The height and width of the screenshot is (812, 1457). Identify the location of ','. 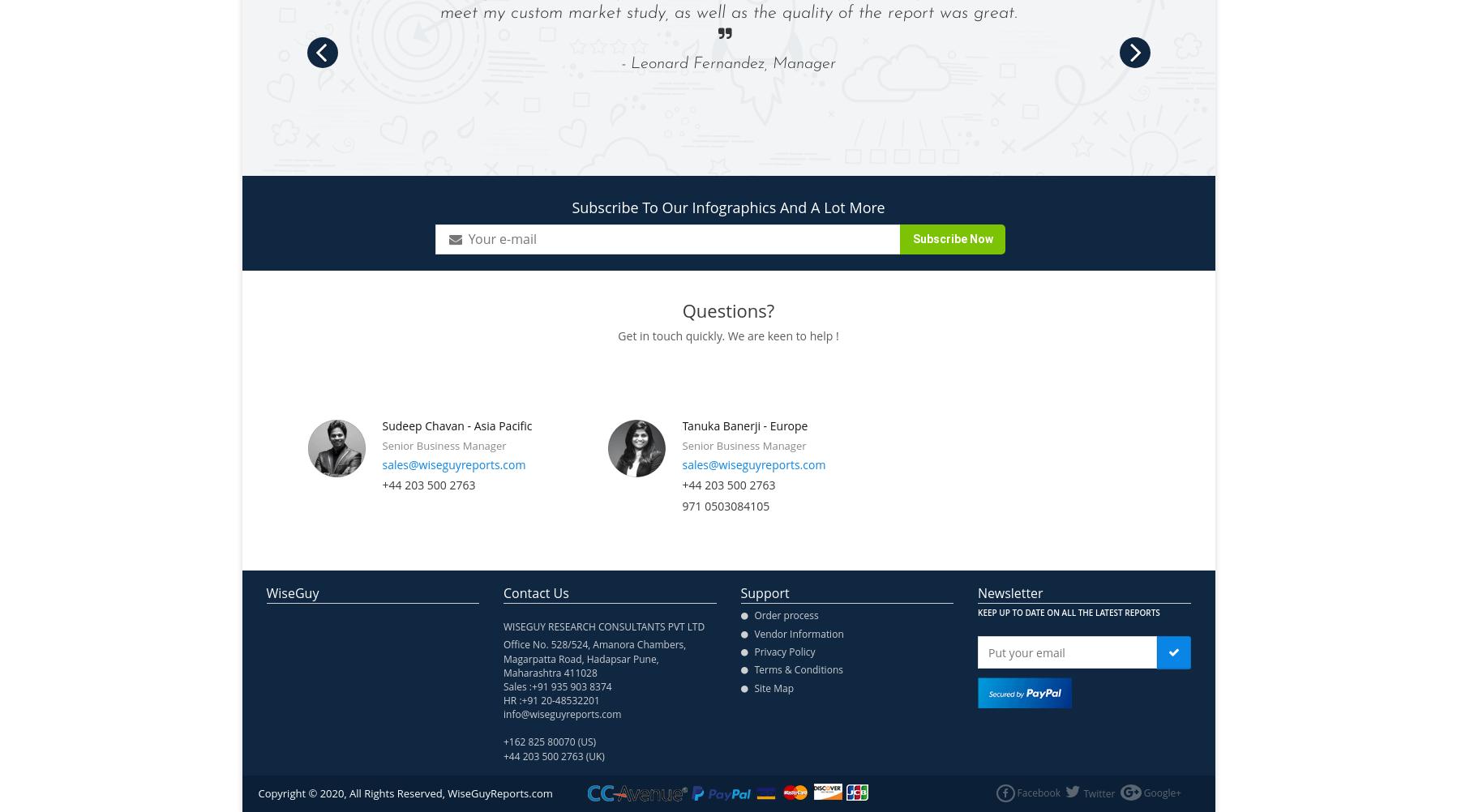
(656, 657).